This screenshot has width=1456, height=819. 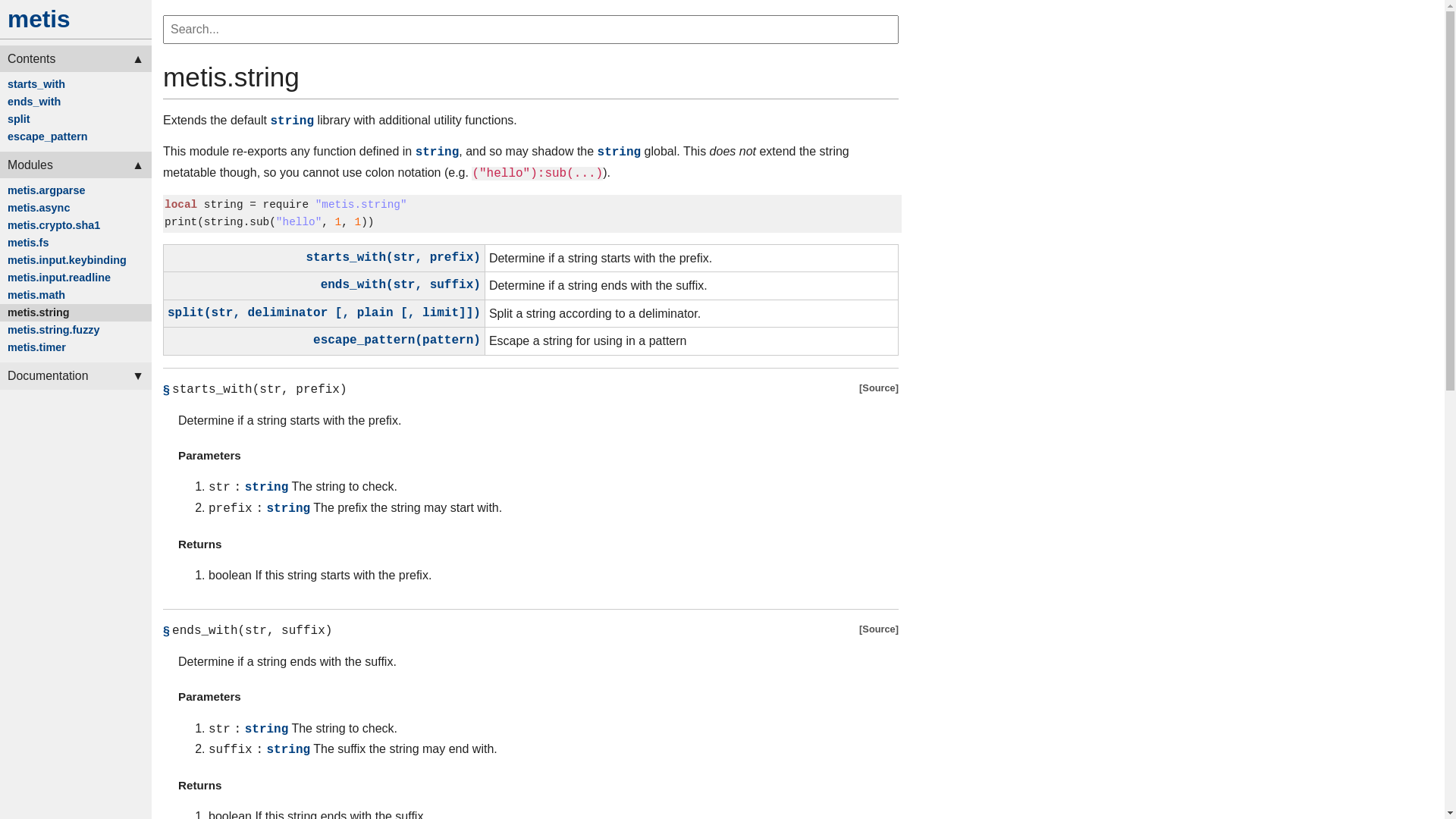 What do you see at coordinates (75, 102) in the screenshot?
I see `'ends_with'` at bounding box center [75, 102].